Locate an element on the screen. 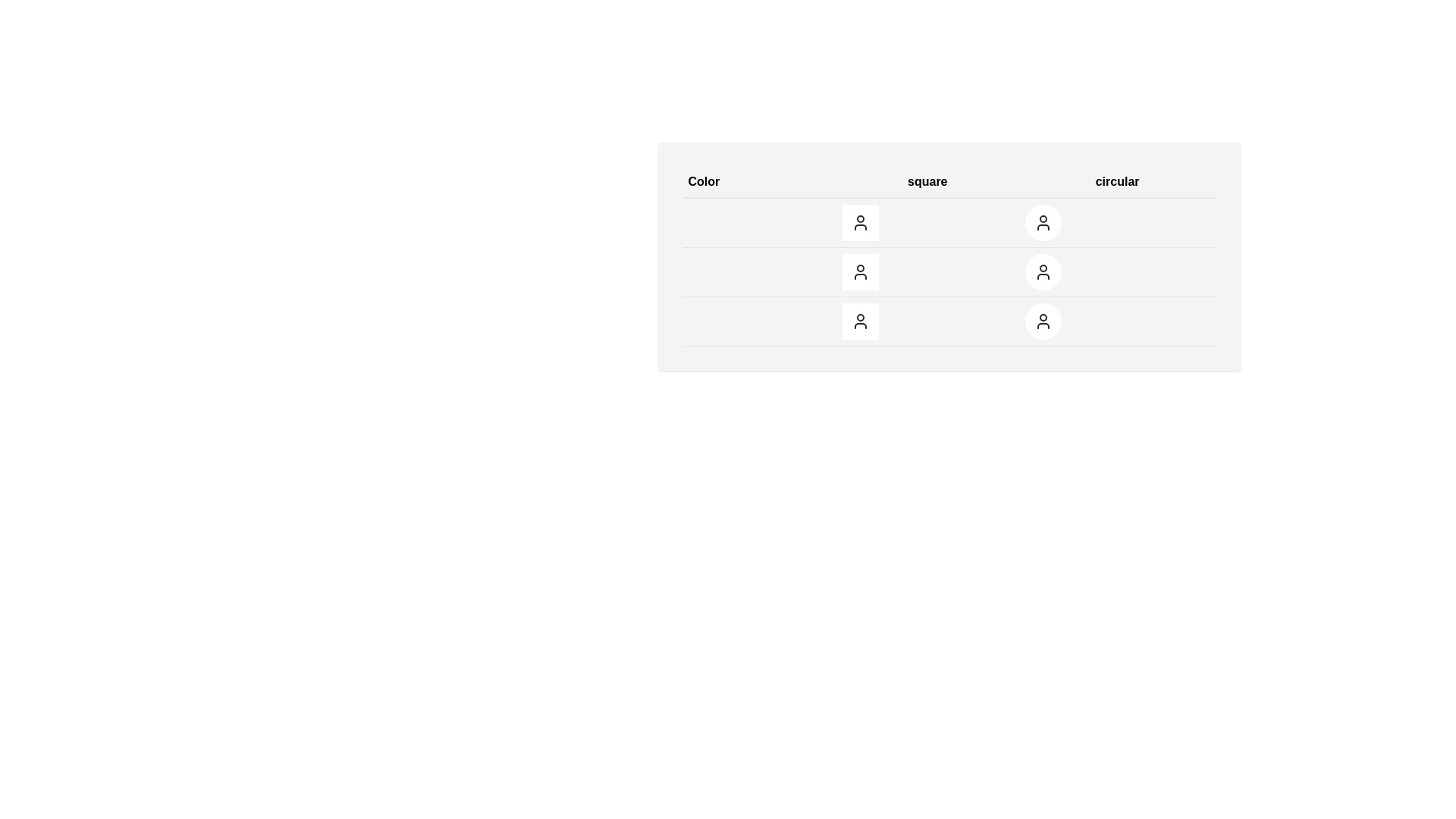  the circular icon with a black user silhouette on a white background to interact with the associated user/profile is located at coordinates (1042, 271).